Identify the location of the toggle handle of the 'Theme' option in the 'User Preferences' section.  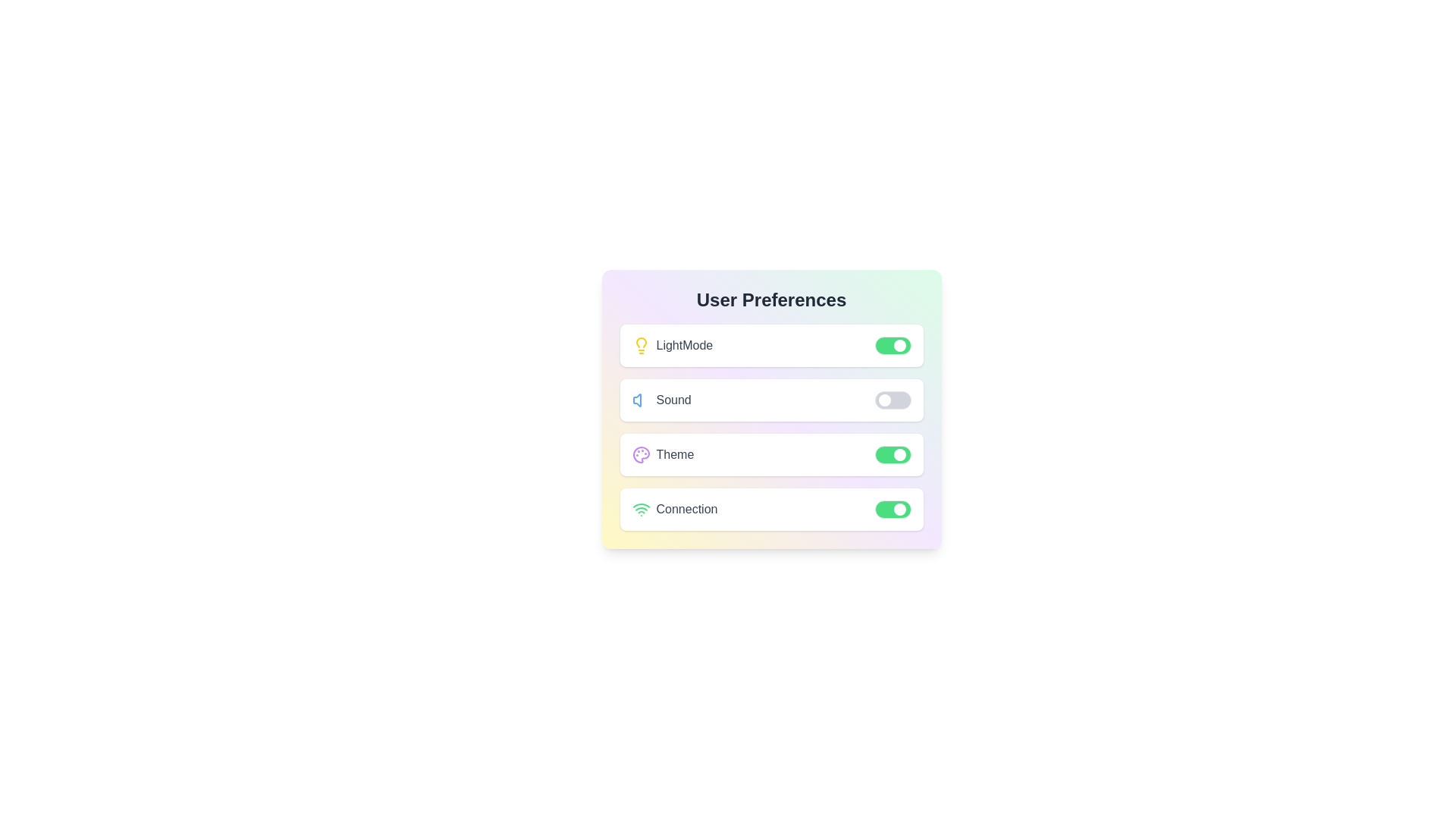
(899, 454).